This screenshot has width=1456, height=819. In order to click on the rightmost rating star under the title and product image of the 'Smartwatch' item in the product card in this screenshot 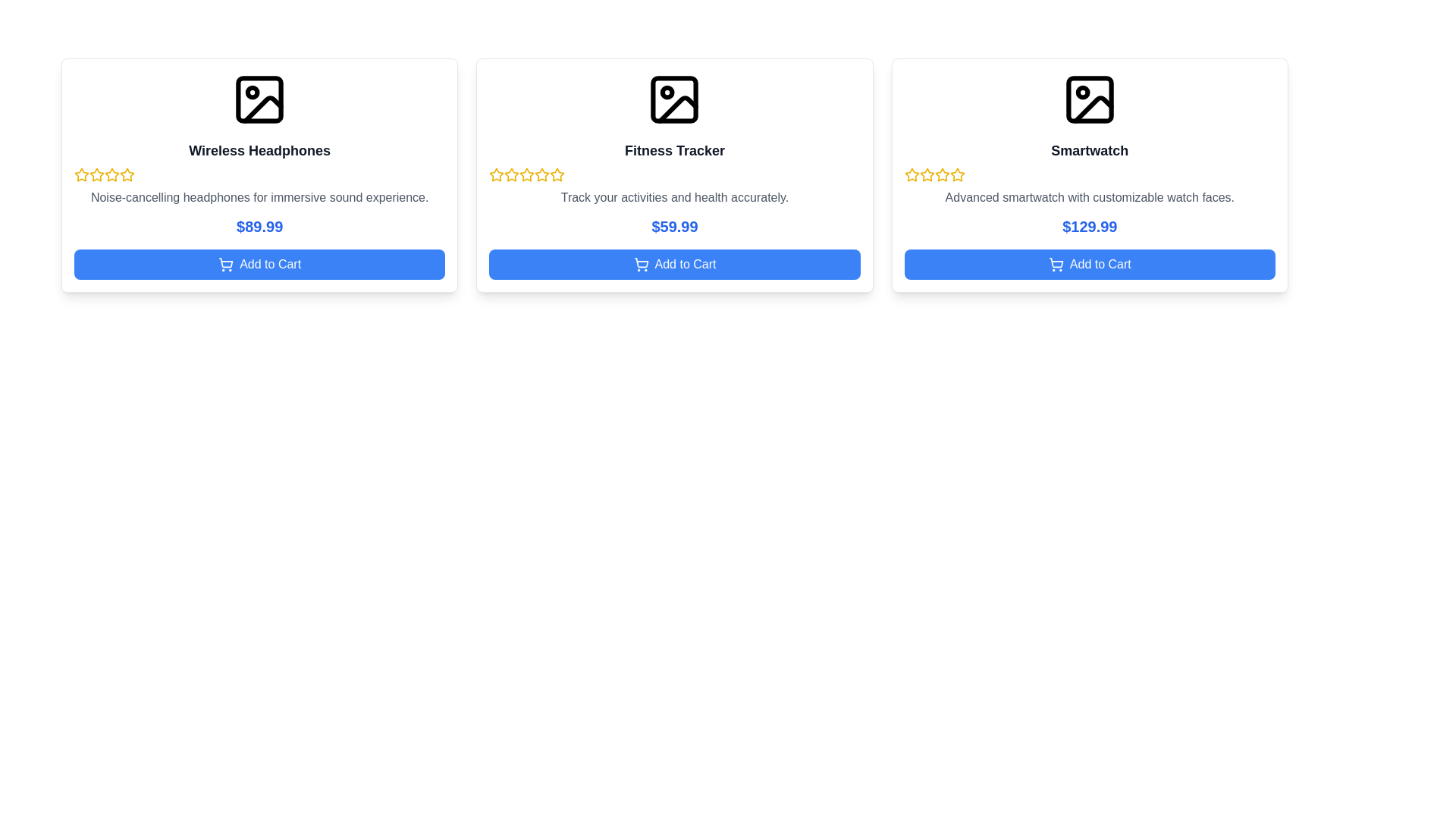, I will do `click(926, 174)`.